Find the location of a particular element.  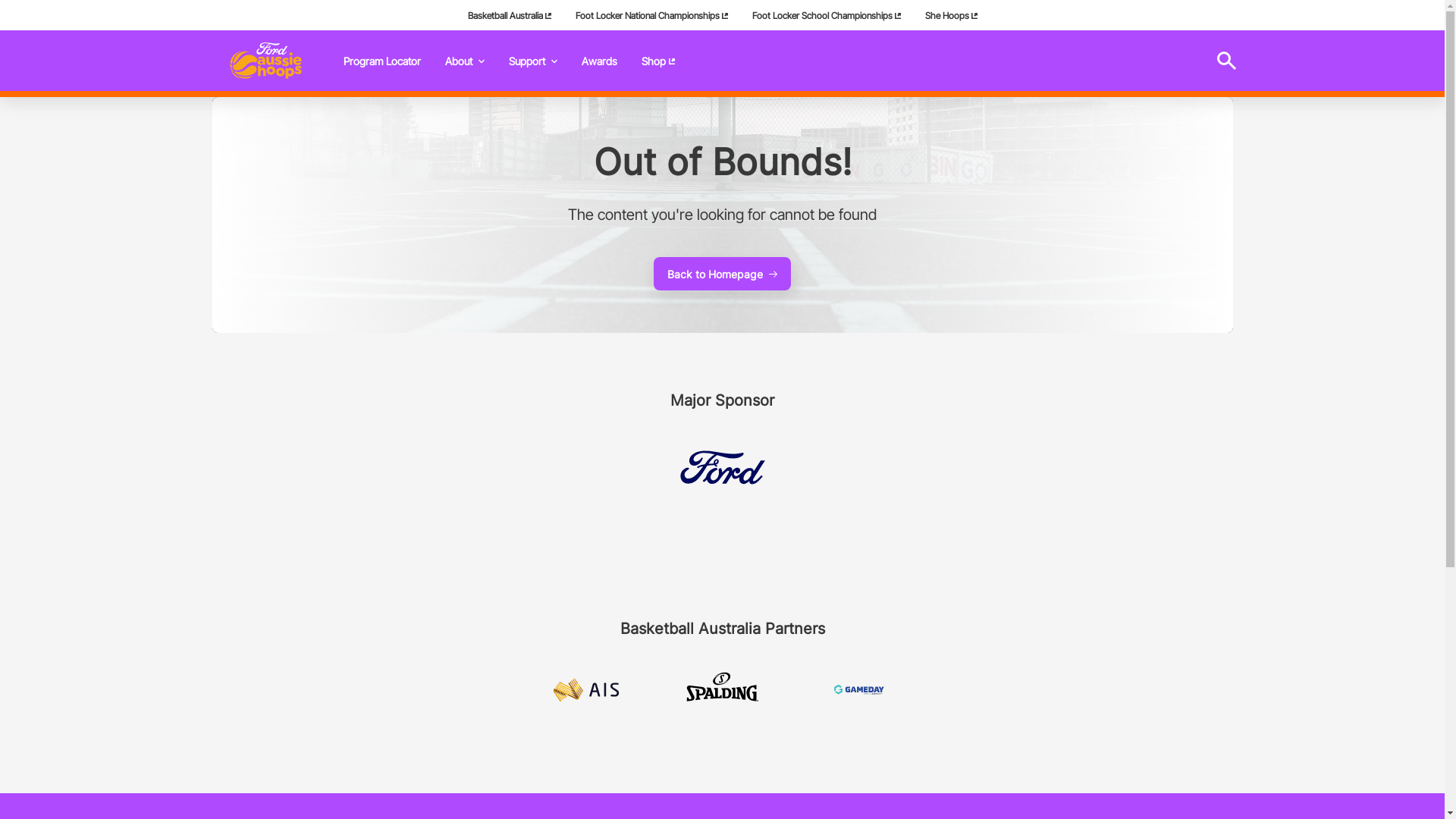

'Awards' is located at coordinates (567, 60).